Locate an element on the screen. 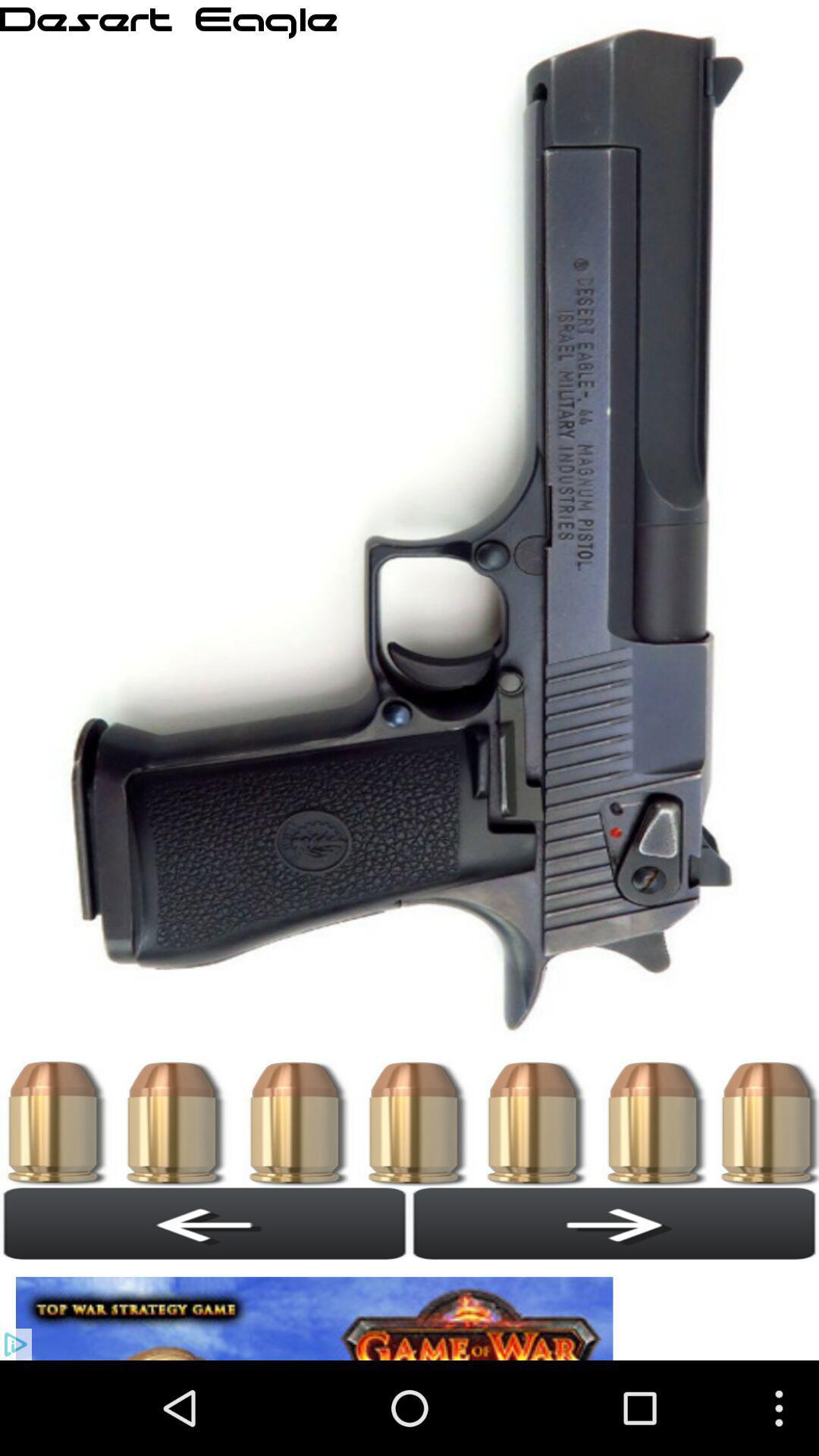  next is located at coordinates (614, 1223).